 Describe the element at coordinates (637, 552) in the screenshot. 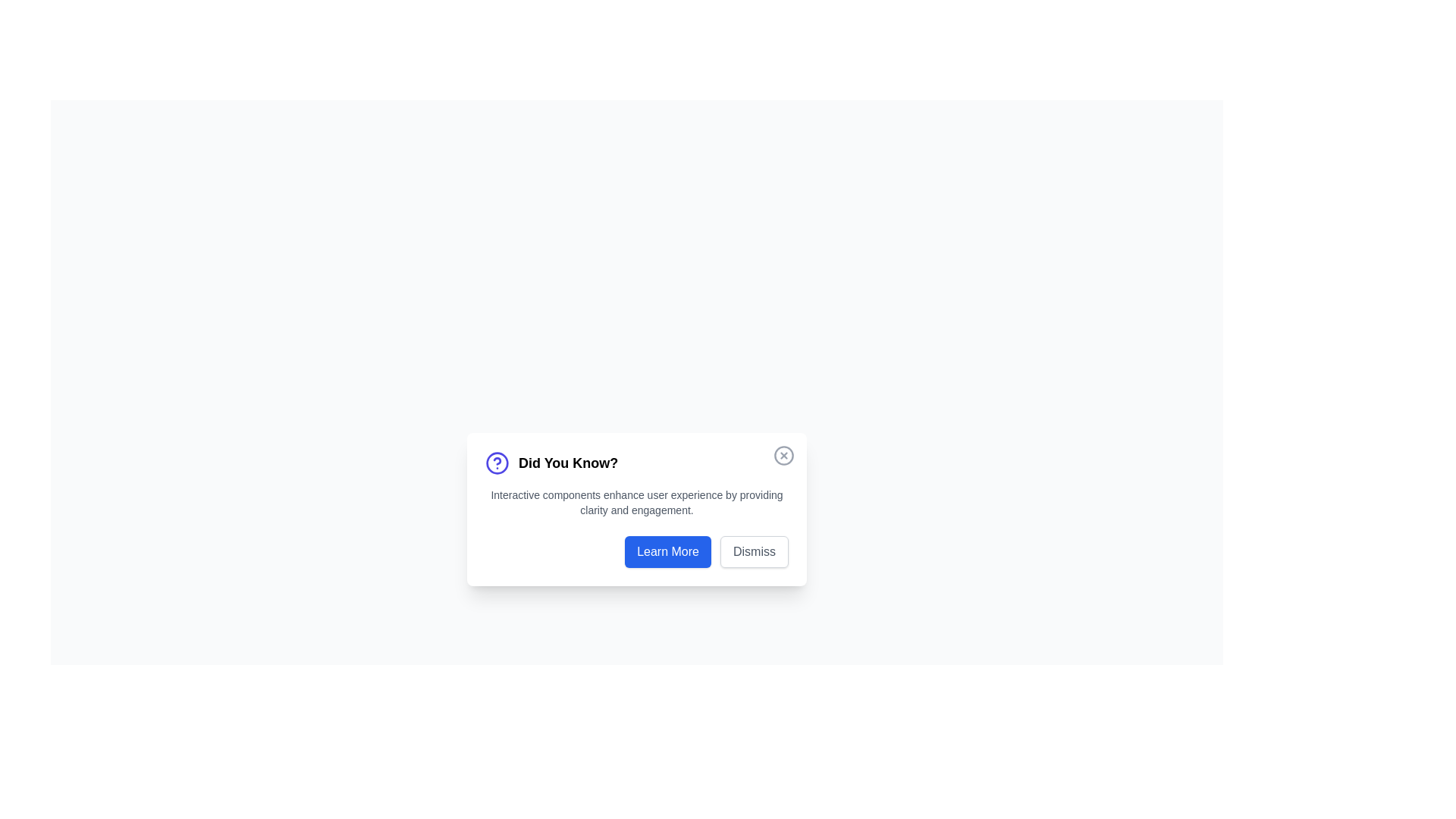

I see `the leftmost button in the dialog box below the text 'Interactive components enhance user experience by providing clarity and engagement.'` at that location.